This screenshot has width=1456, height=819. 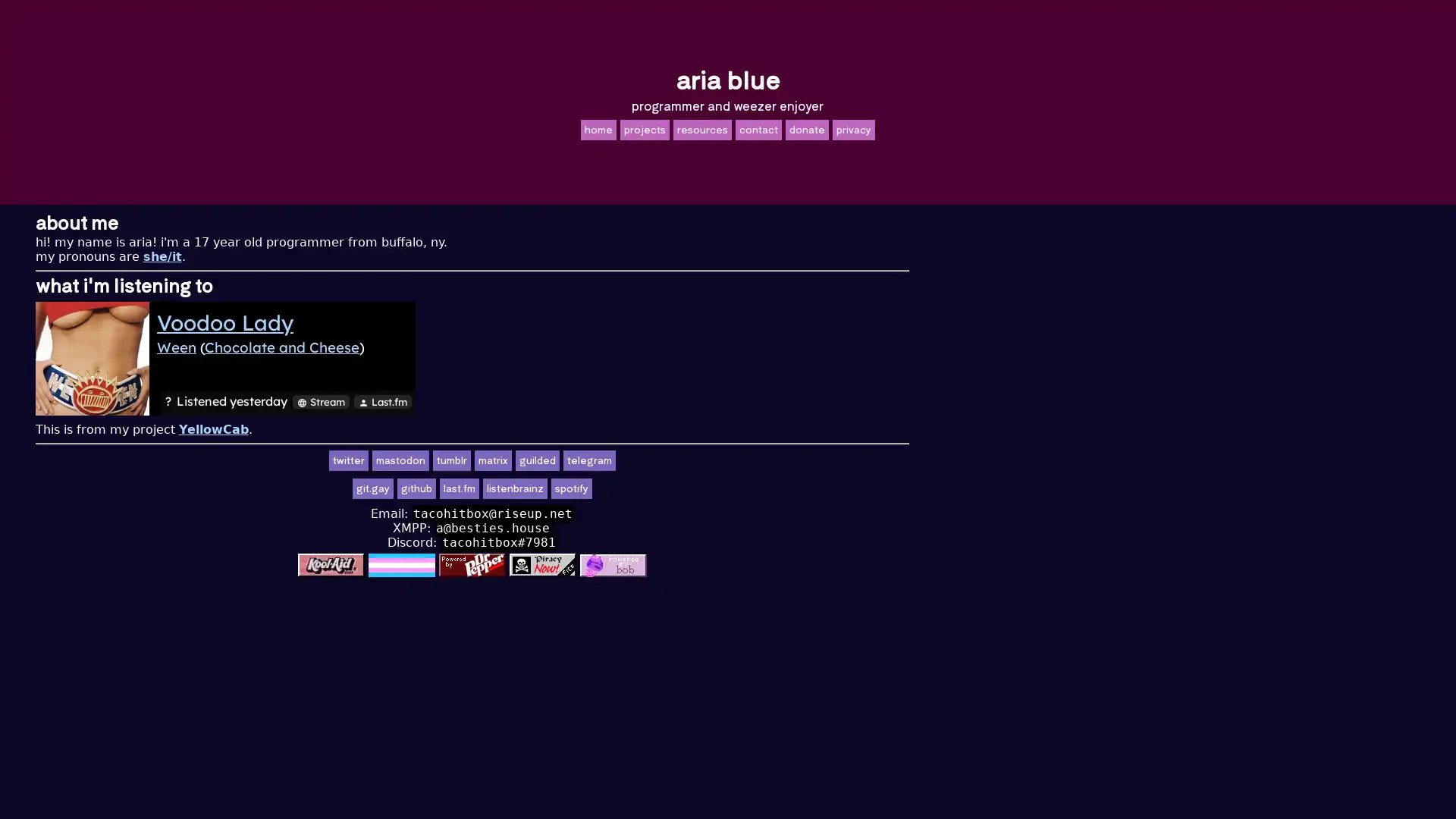 I want to click on spotify, so click(x=826, y=488).